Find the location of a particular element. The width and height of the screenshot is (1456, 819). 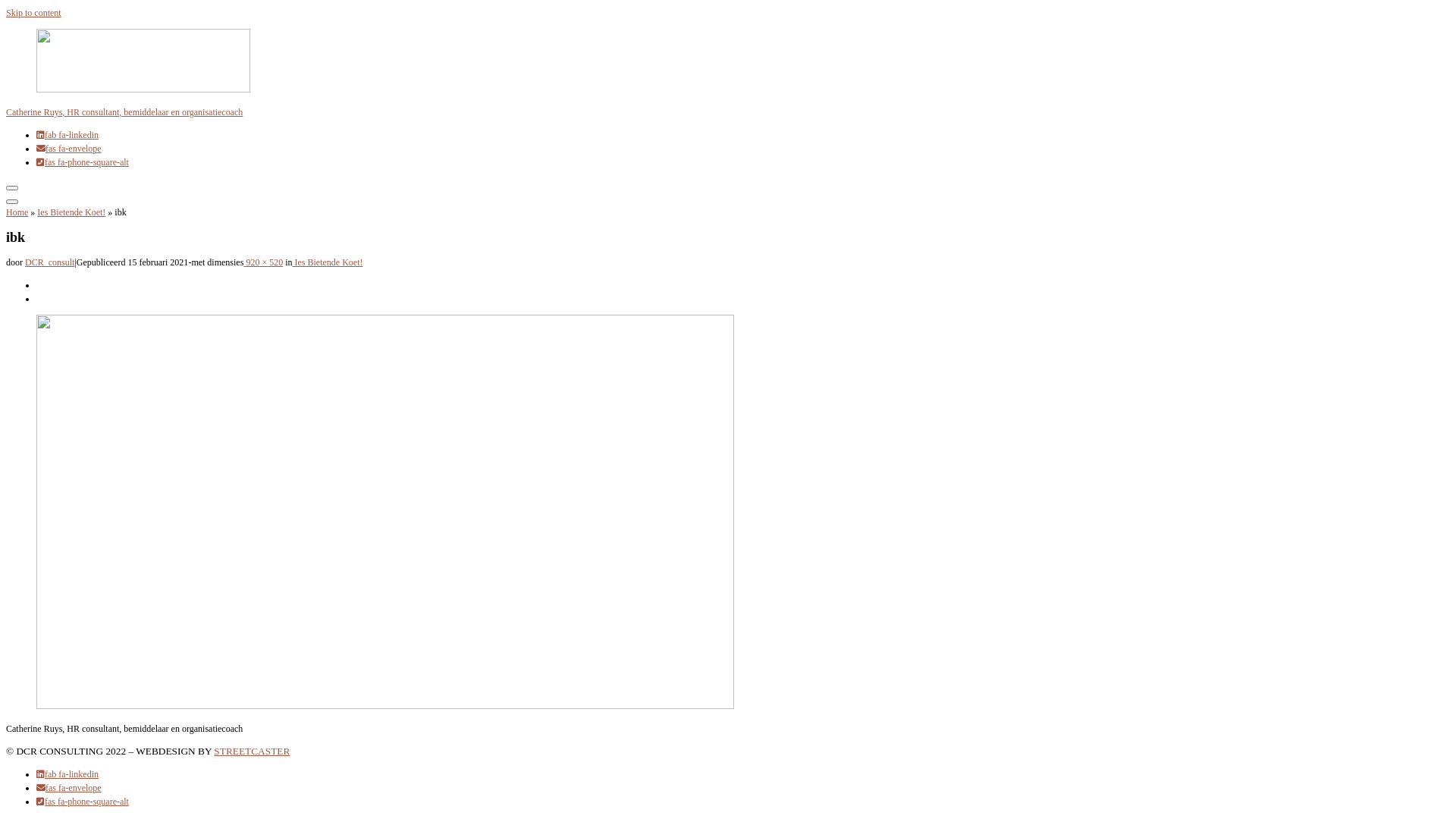

'Skip to content' is located at coordinates (6, 12).